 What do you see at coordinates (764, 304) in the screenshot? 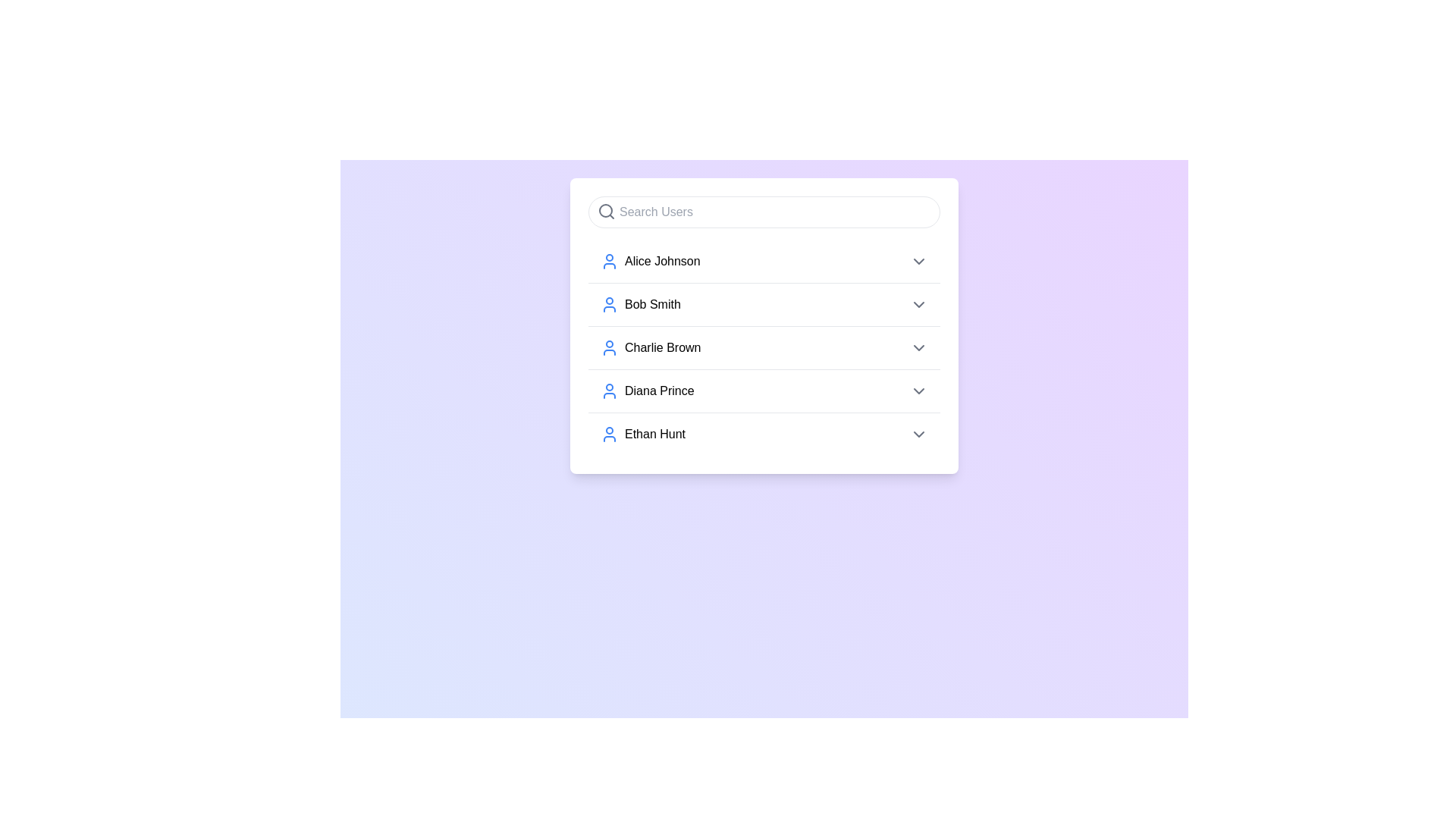
I see `the second interactive list item representing a selectable user, located below 'Alice Johnson' and above 'Charlie Brown'` at bounding box center [764, 304].